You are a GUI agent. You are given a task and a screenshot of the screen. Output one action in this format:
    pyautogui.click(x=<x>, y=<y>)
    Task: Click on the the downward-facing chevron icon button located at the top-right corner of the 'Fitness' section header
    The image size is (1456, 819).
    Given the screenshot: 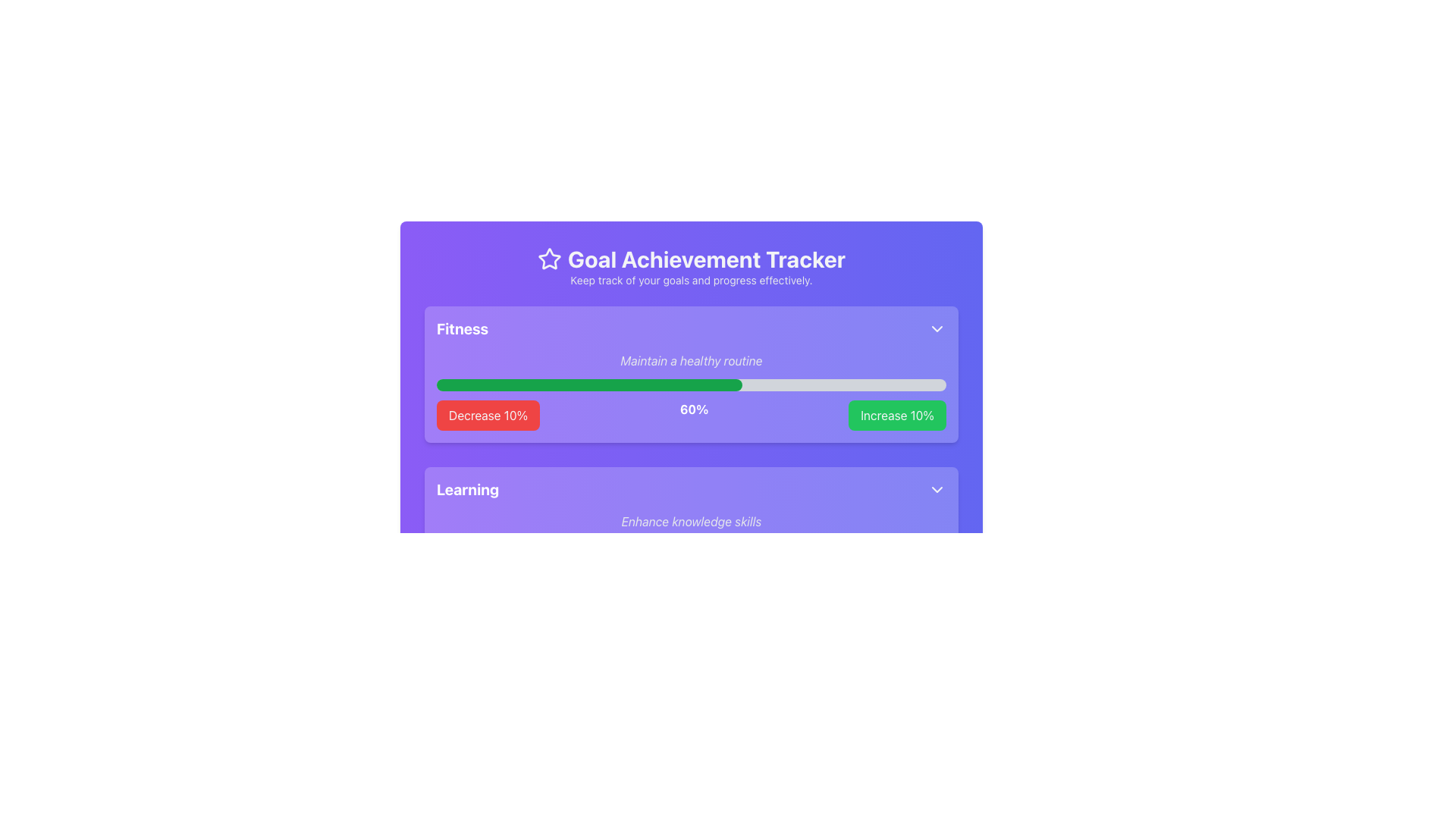 What is the action you would take?
    pyautogui.click(x=937, y=328)
    